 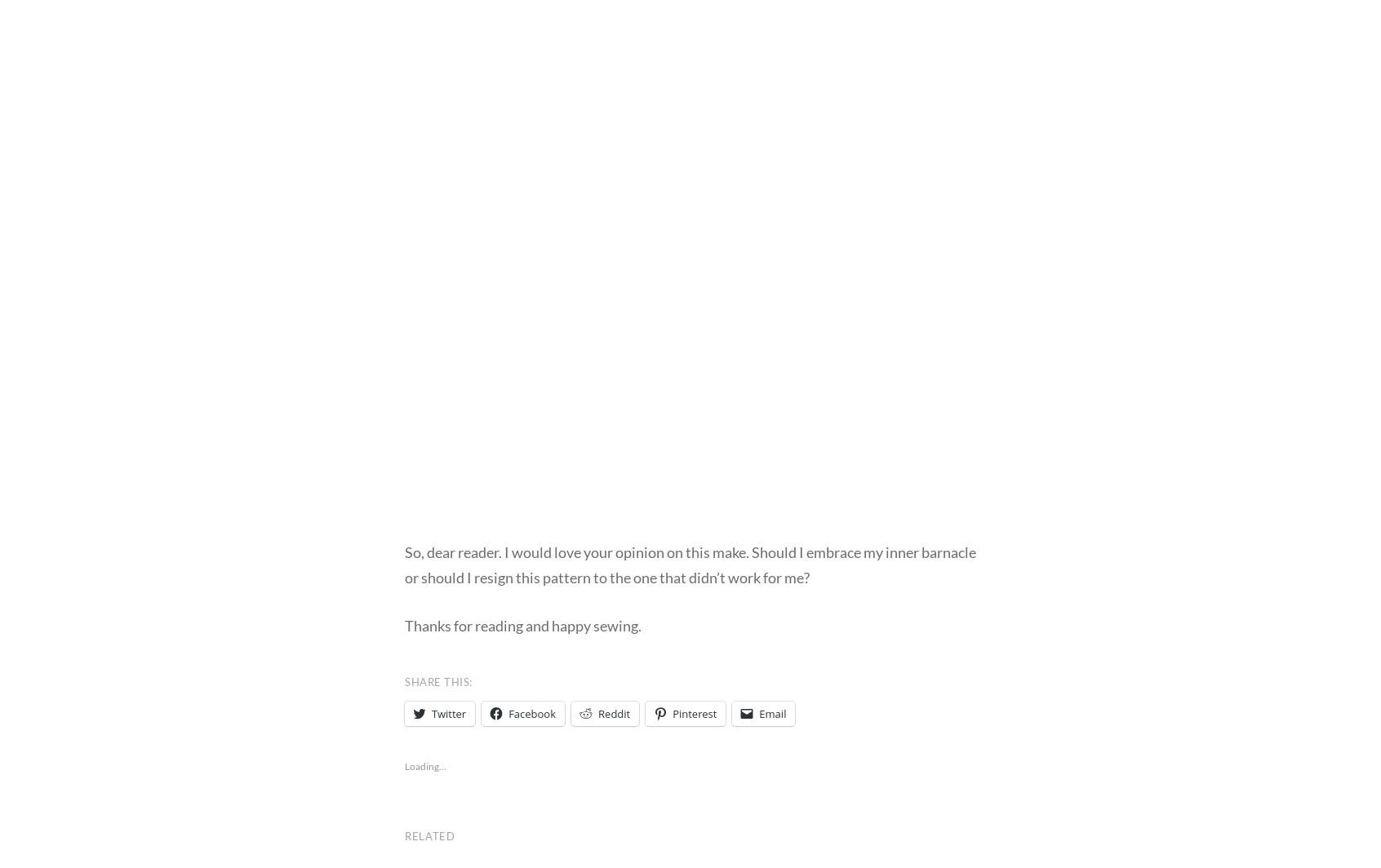 I want to click on 'So, dear reader. I would love your opinion on this make. Should I embrace my inner barnacle or should I resign this pattern to the one that didn’t work for me?', so click(x=690, y=565).